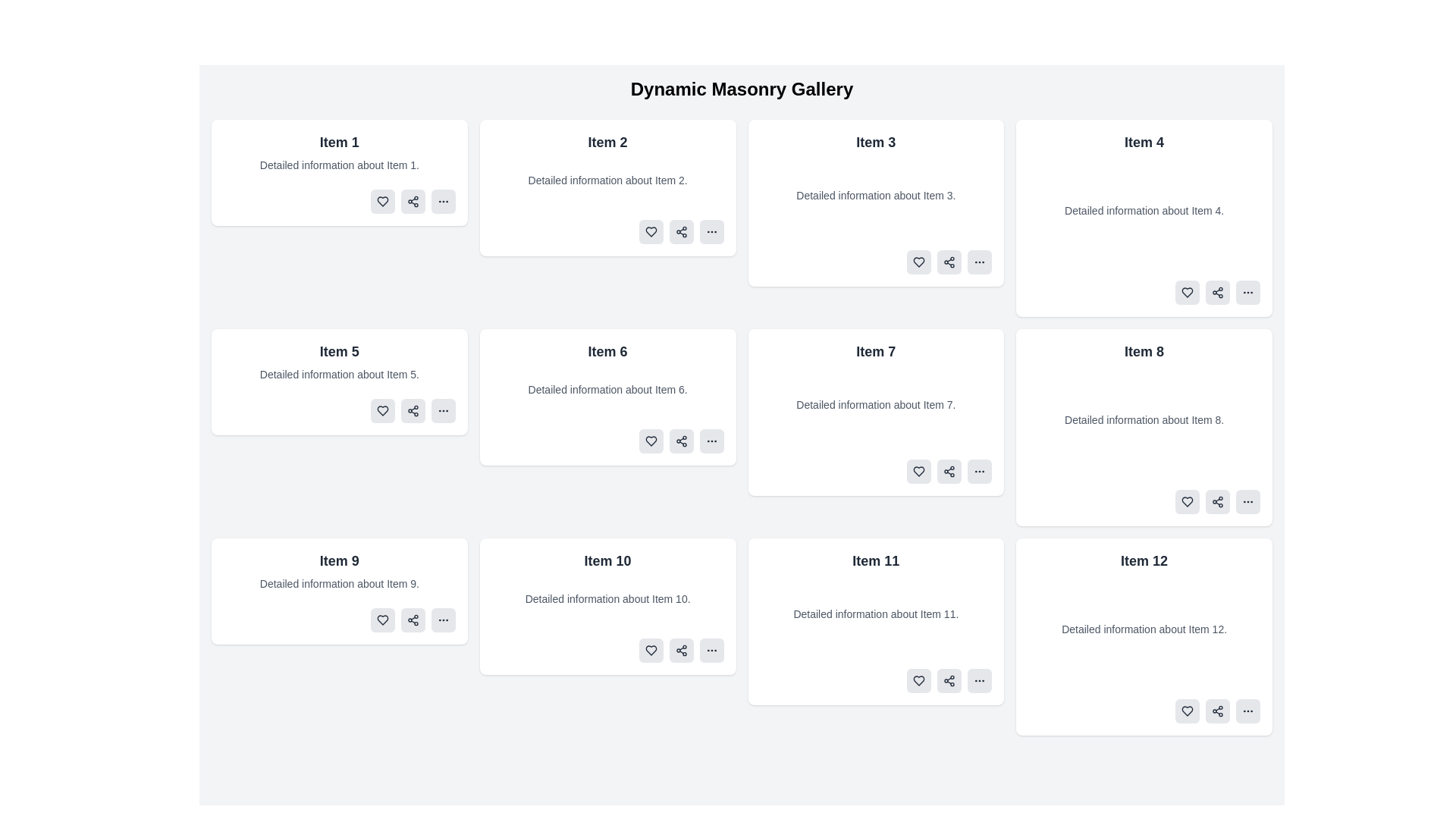 This screenshot has height=819, width=1456. I want to click on text content of the Text Header located at the top of the interface, which is centrally aligned and above a grid of items, so click(742, 89).